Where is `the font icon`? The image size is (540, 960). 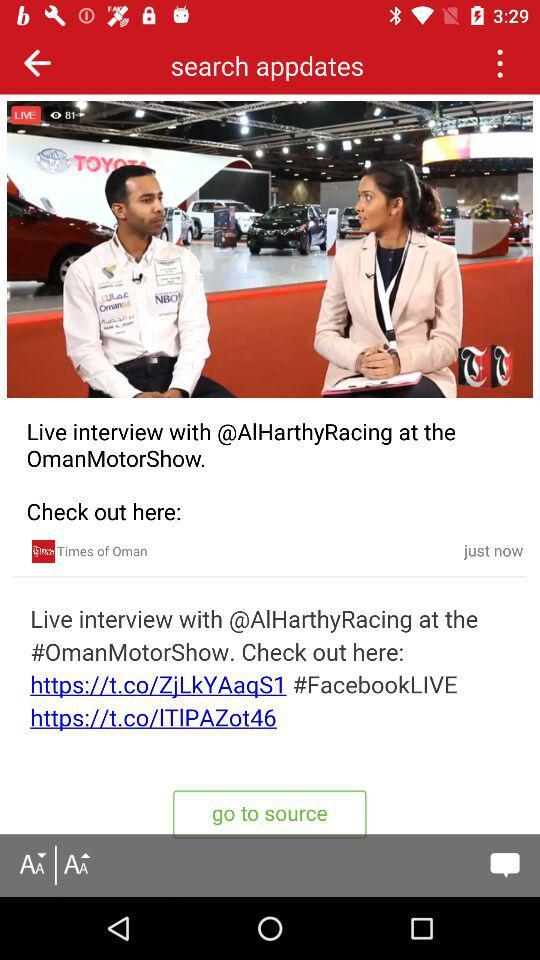
the font icon is located at coordinates (75, 864).